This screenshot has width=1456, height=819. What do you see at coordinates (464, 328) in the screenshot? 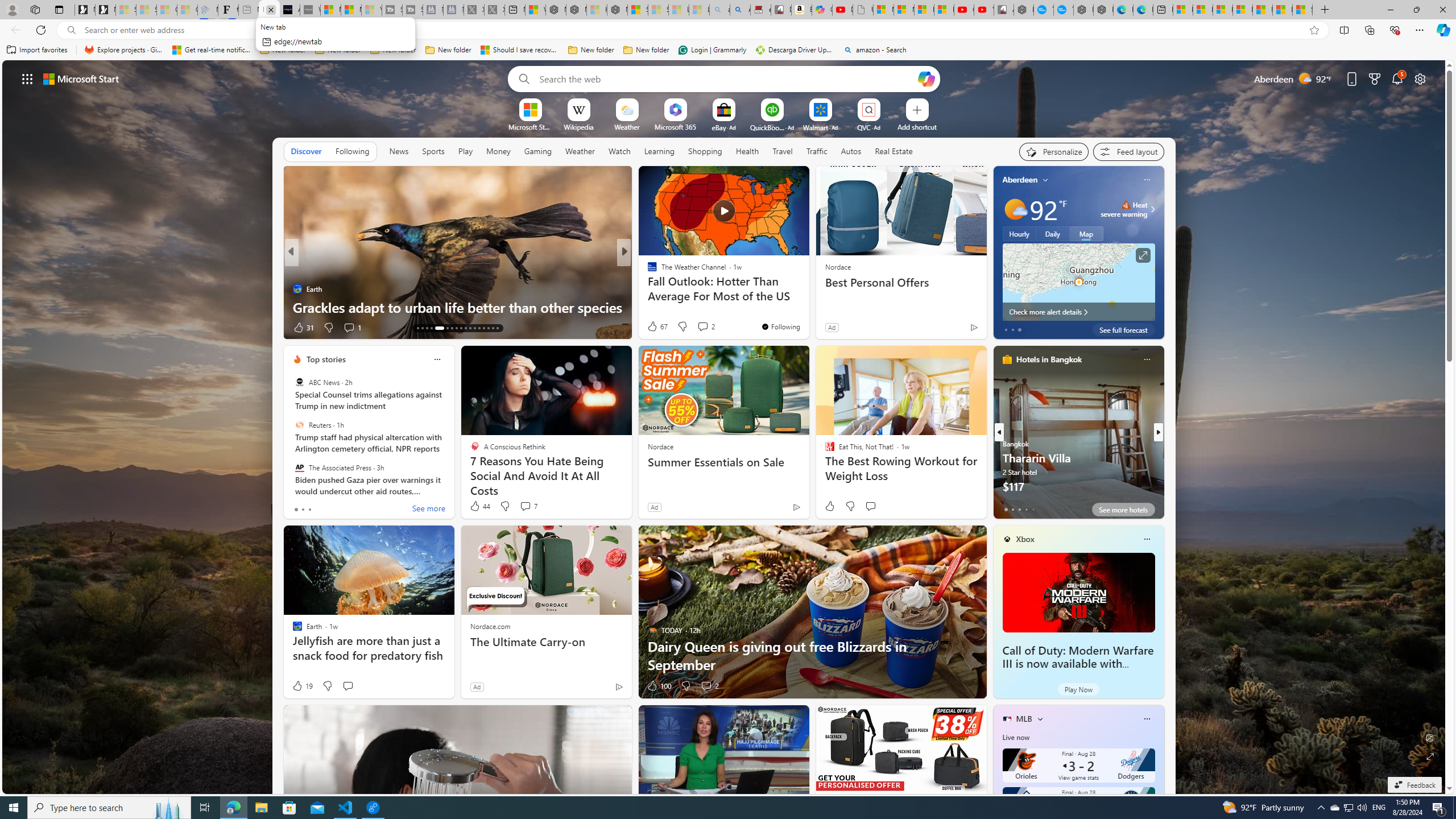
I see `'AutomationID: tab-26'` at bounding box center [464, 328].